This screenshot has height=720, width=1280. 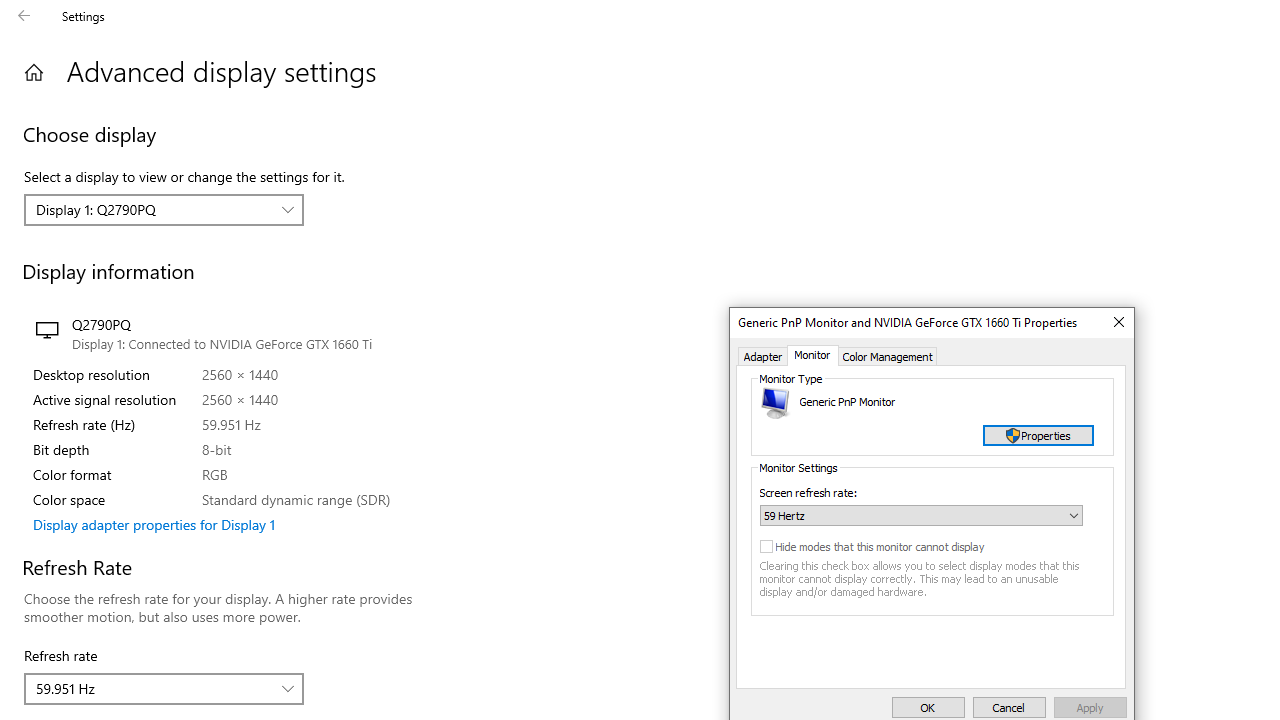 I want to click on 'Apply', so click(x=1089, y=706).